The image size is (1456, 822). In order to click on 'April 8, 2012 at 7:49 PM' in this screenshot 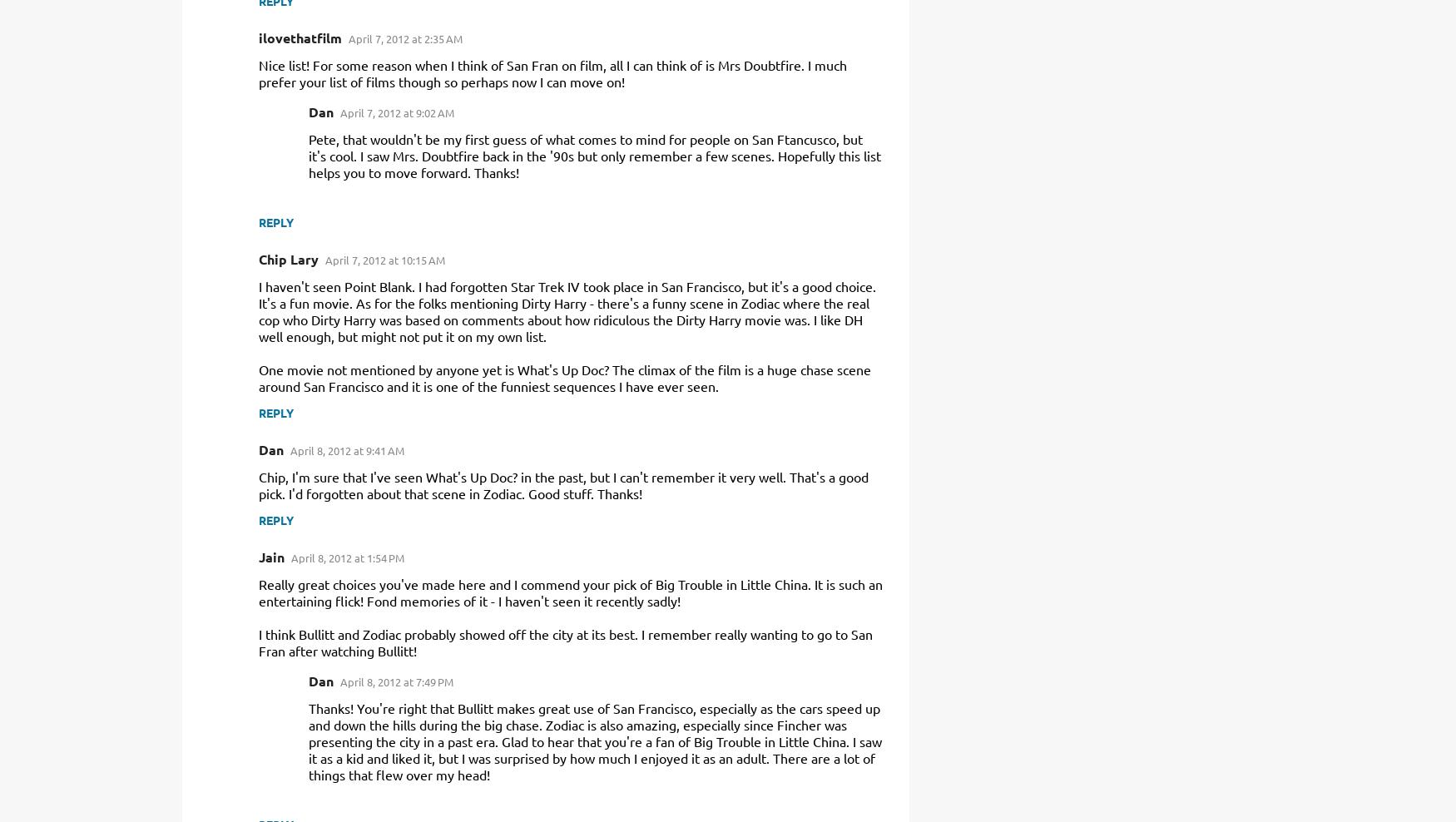, I will do `click(339, 681)`.